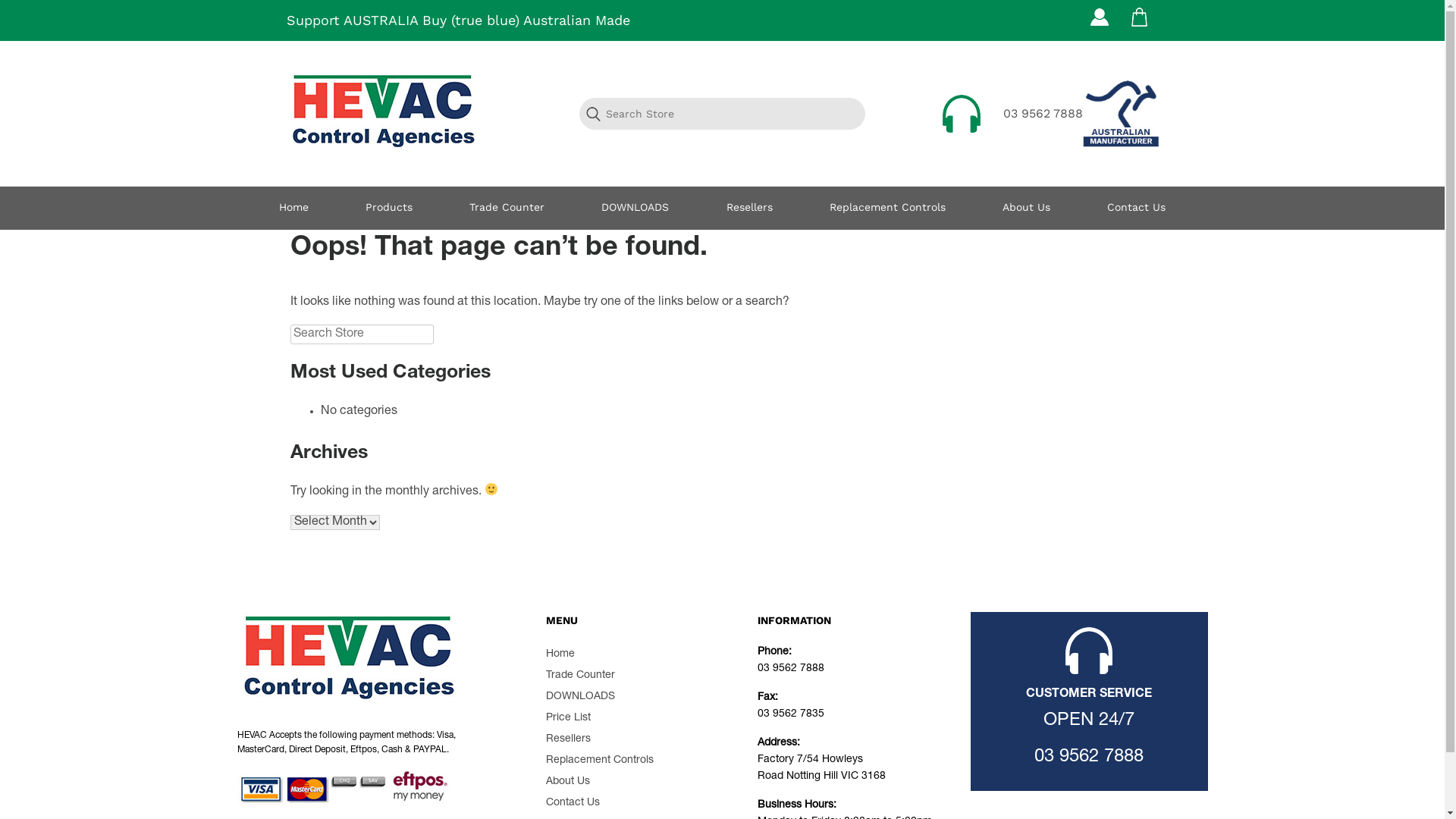 The width and height of the screenshot is (1456, 819). Describe the element at coordinates (599, 760) in the screenshot. I see `'Replacement Controls'` at that location.